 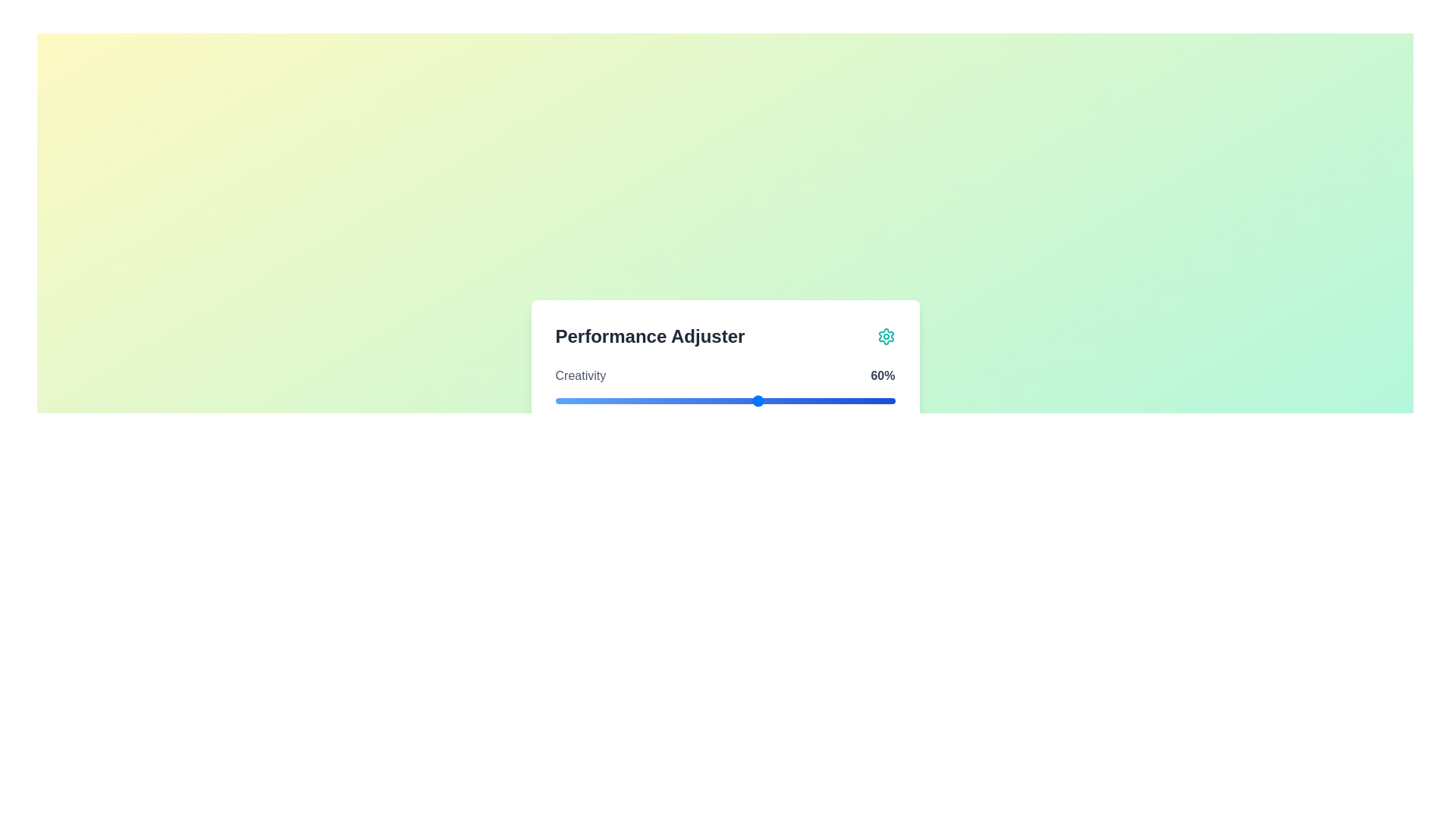 I want to click on the slider to set the value to 7%, so click(x=578, y=400).